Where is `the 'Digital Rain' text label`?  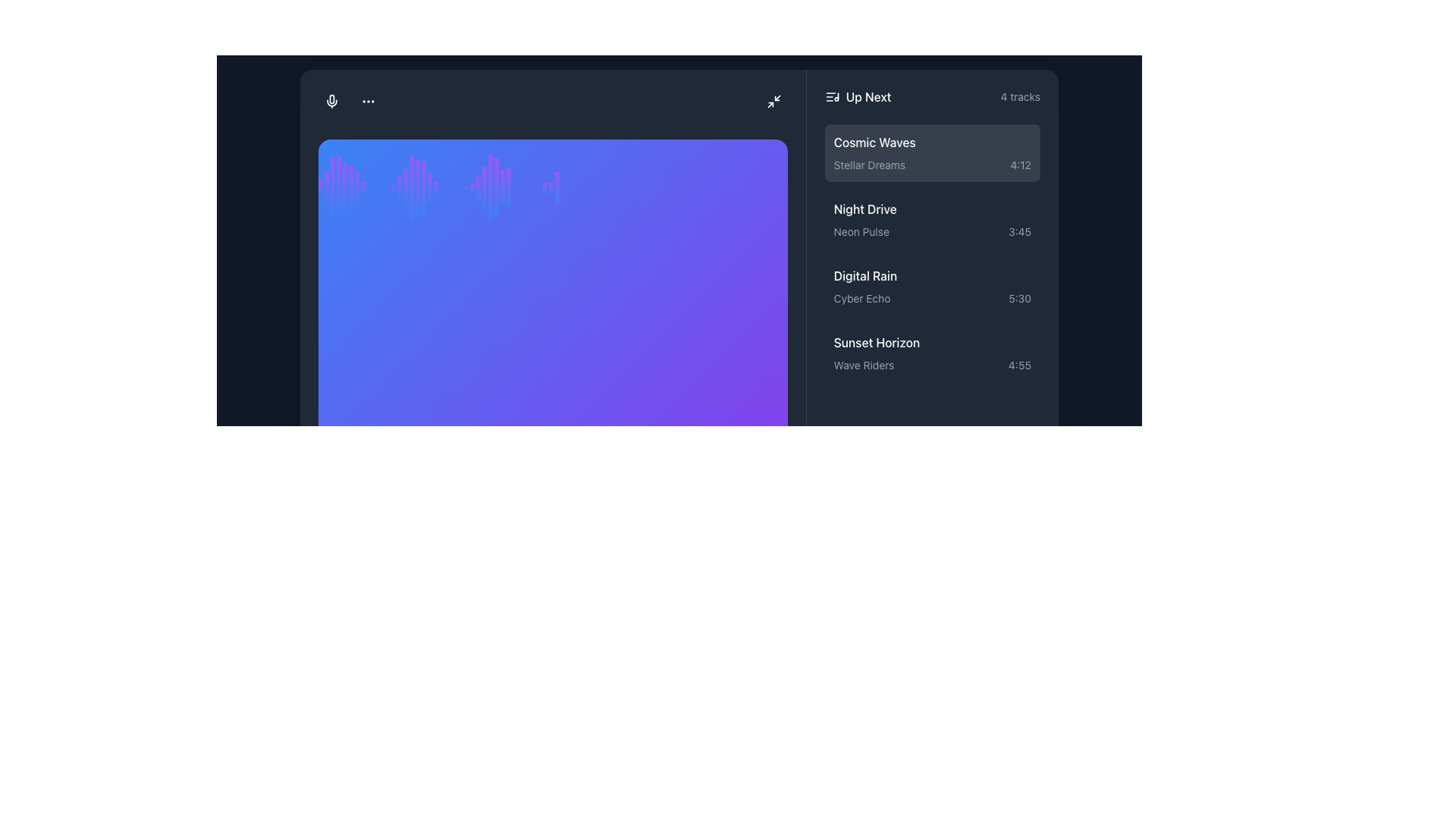 the 'Digital Rain' text label is located at coordinates (865, 275).